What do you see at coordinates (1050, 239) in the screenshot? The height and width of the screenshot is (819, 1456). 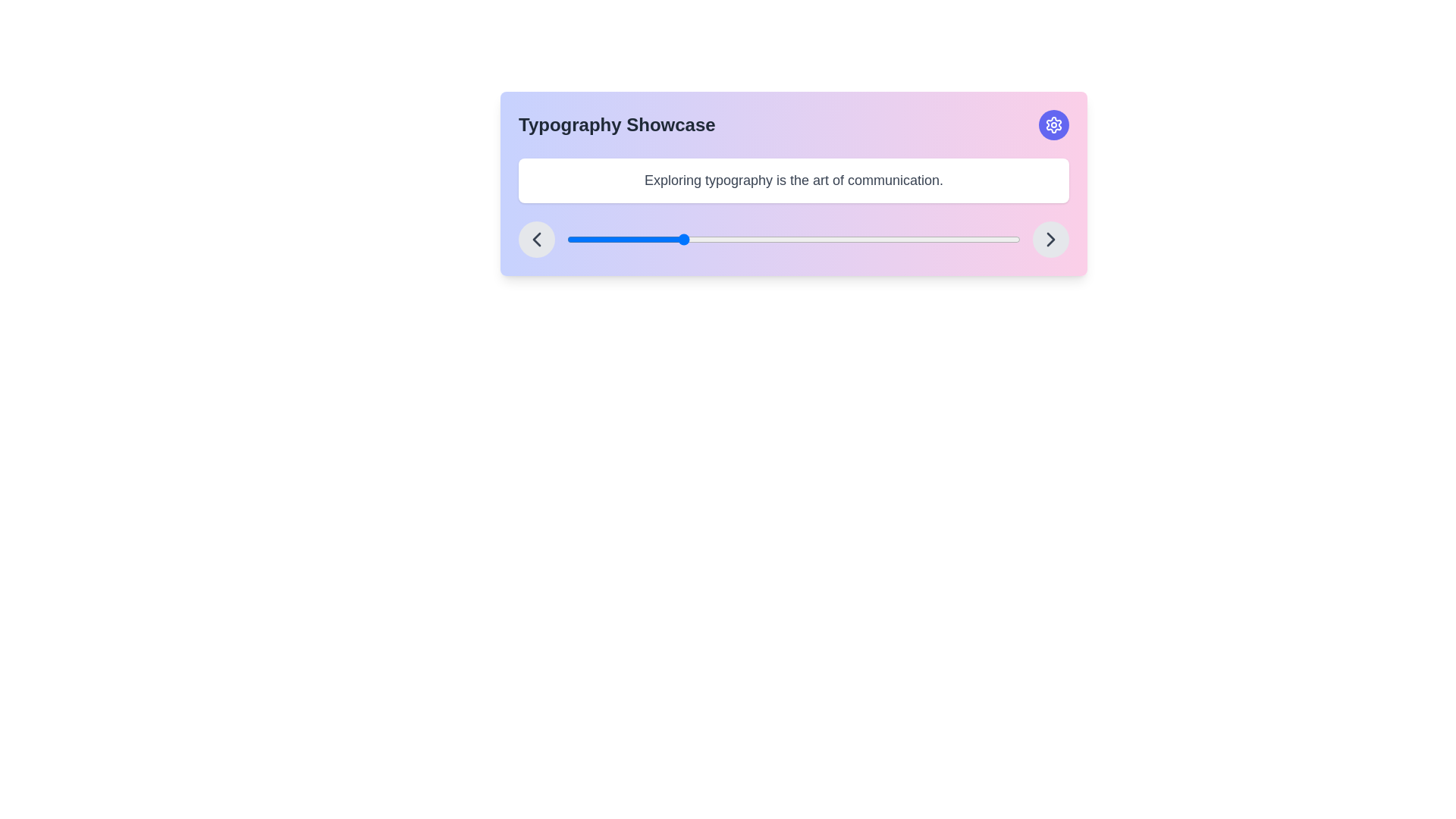 I see `the right-facing chevron icon within the gray circular button` at bounding box center [1050, 239].